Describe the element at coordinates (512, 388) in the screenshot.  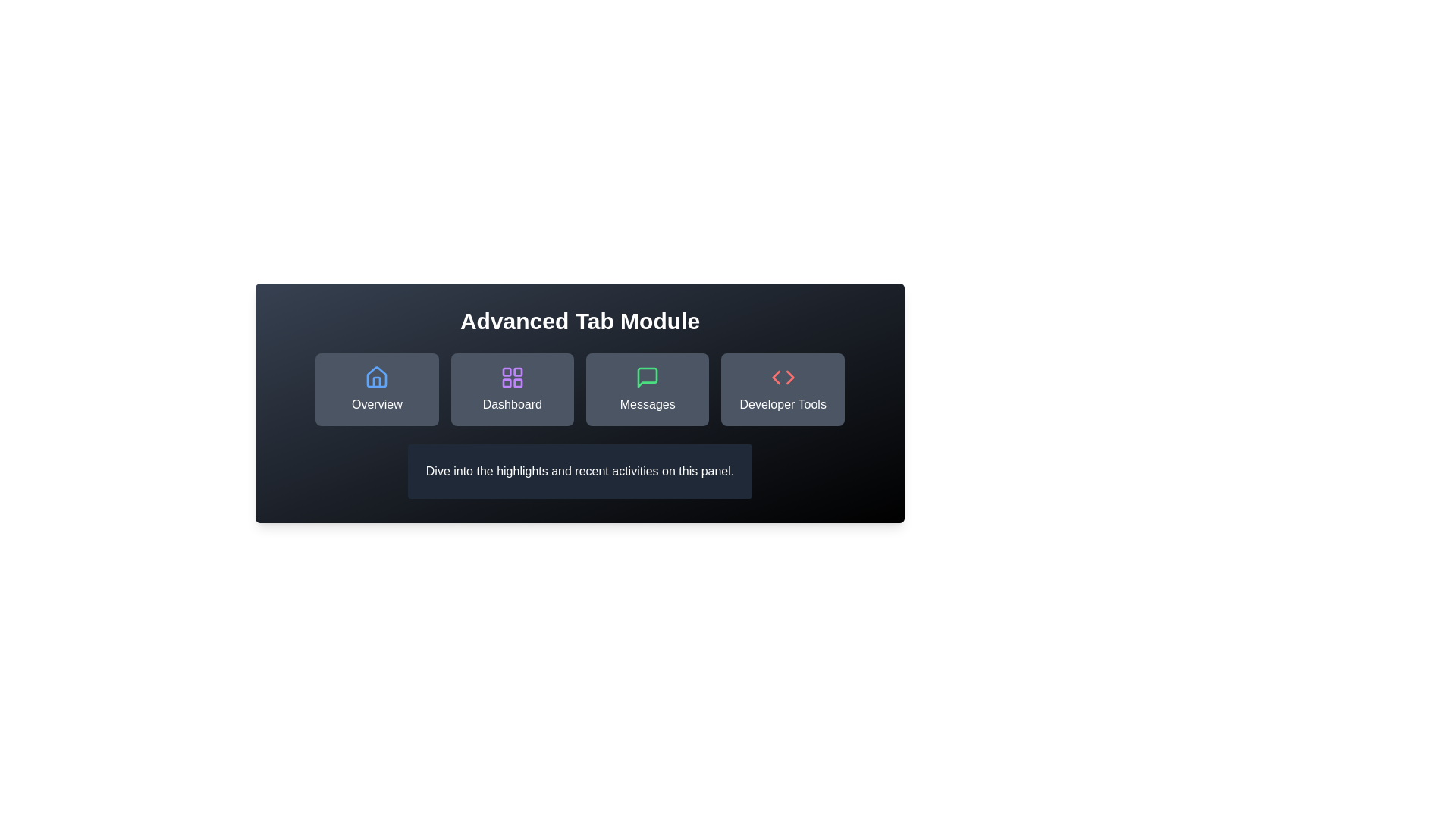
I see `the button labeled Dashboard` at that location.